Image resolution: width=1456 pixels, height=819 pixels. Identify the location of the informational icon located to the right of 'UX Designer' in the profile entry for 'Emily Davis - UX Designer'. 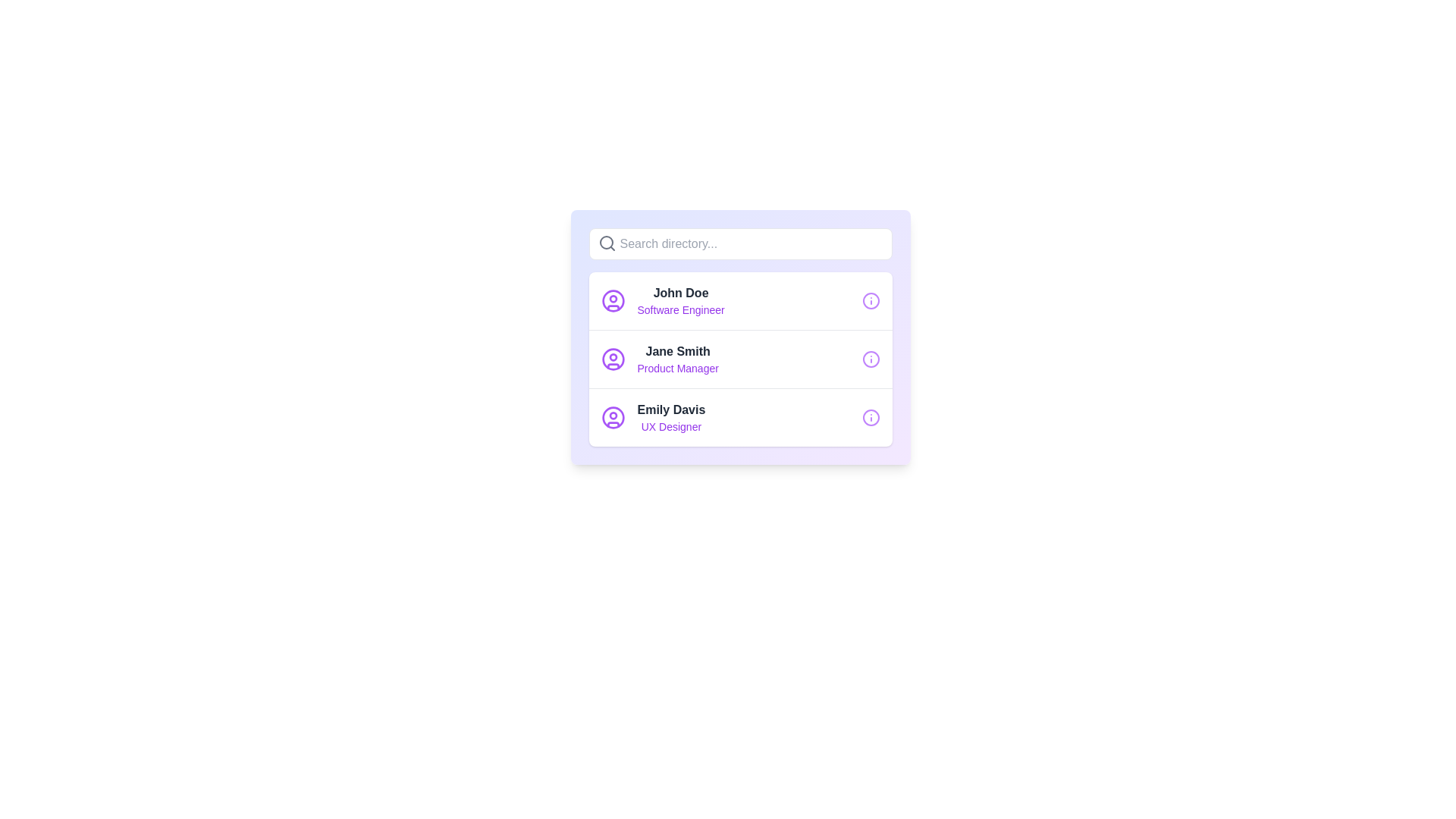
(871, 418).